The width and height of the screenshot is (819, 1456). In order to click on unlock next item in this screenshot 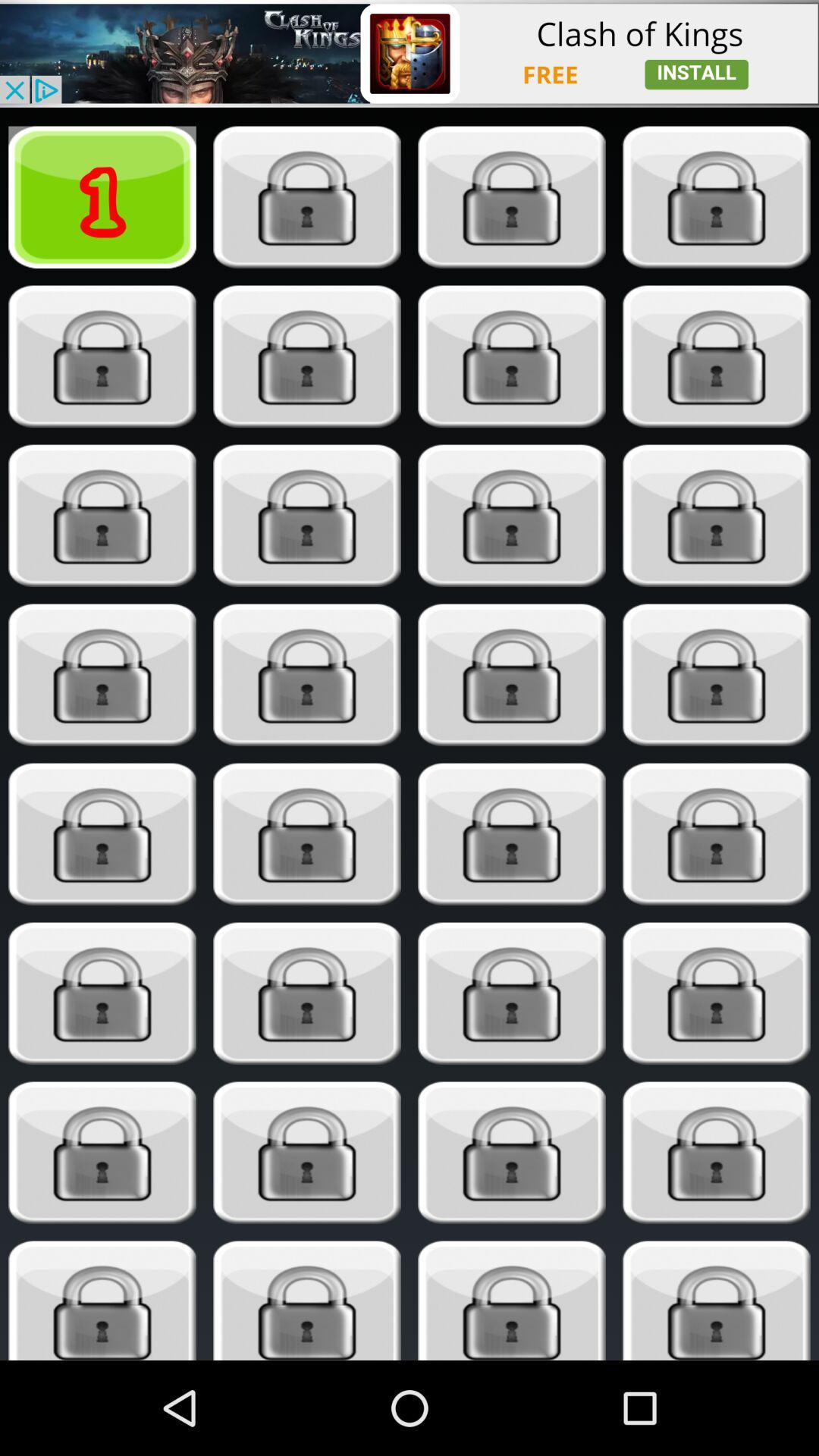, I will do `click(102, 833)`.